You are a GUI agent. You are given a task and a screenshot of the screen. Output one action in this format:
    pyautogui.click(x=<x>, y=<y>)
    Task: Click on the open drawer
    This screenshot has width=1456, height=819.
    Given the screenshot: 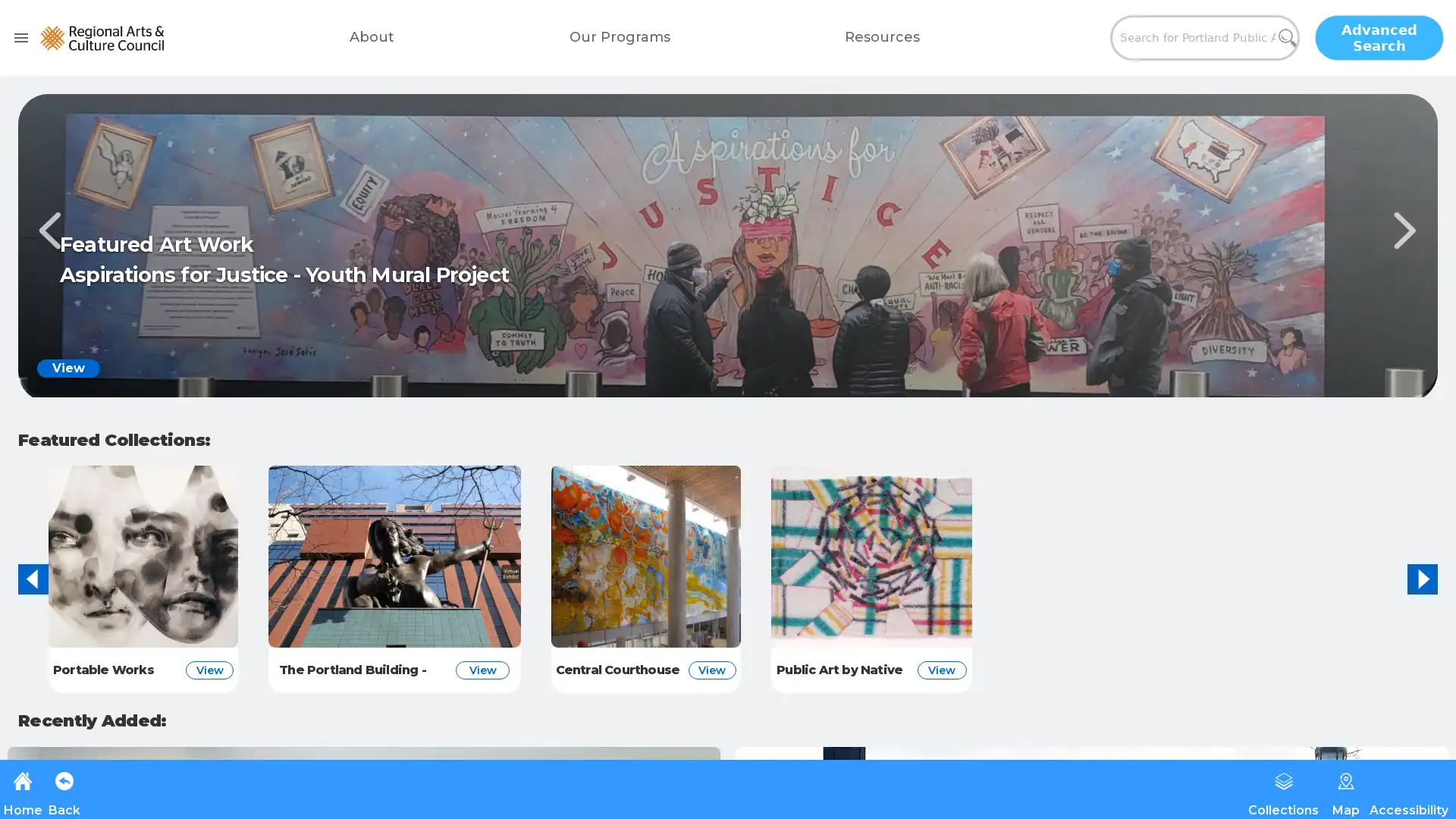 What is the action you would take?
    pyautogui.click(x=21, y=37)
    